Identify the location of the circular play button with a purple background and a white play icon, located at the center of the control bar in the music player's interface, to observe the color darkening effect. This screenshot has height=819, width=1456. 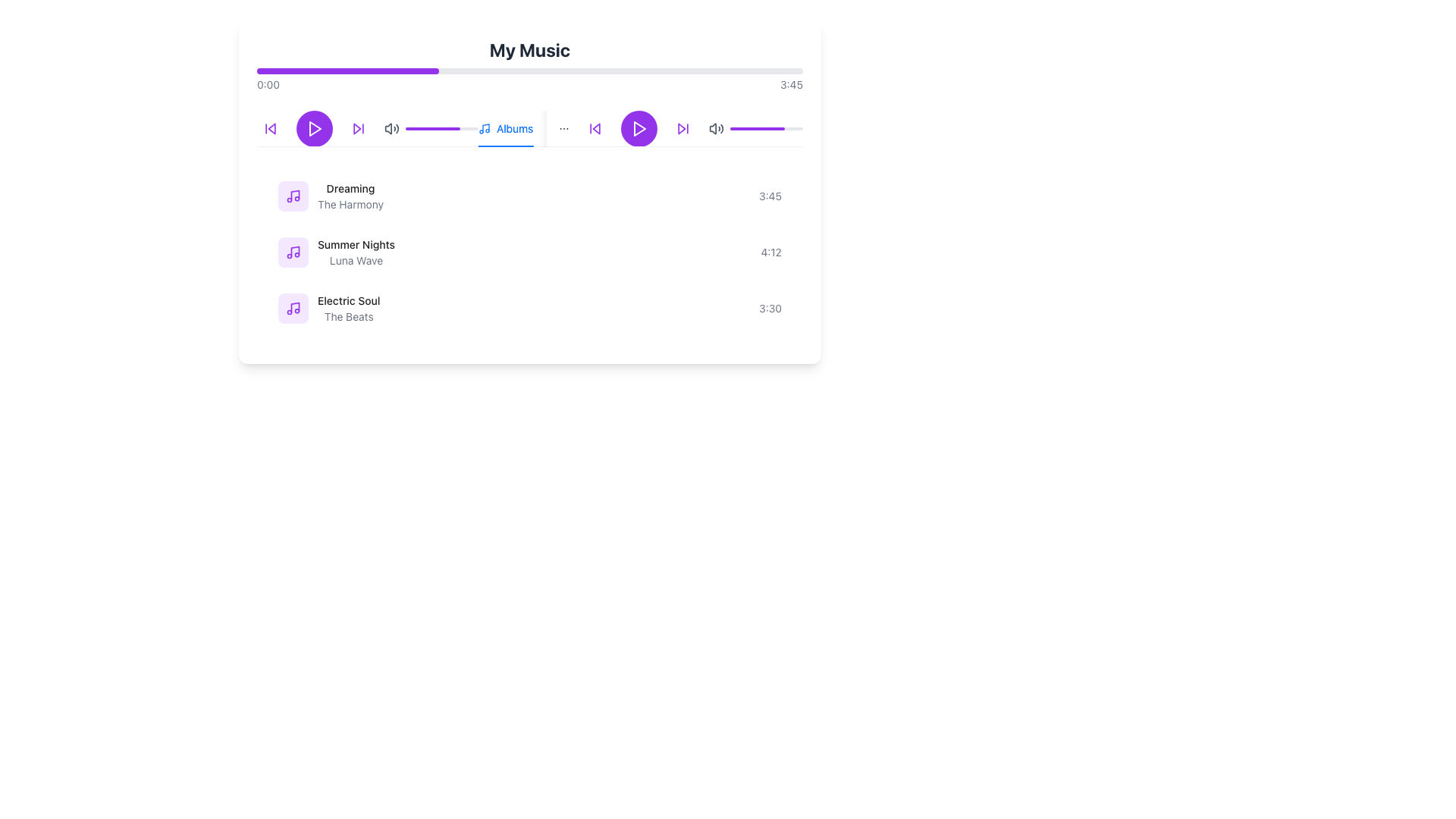
(639, 127).